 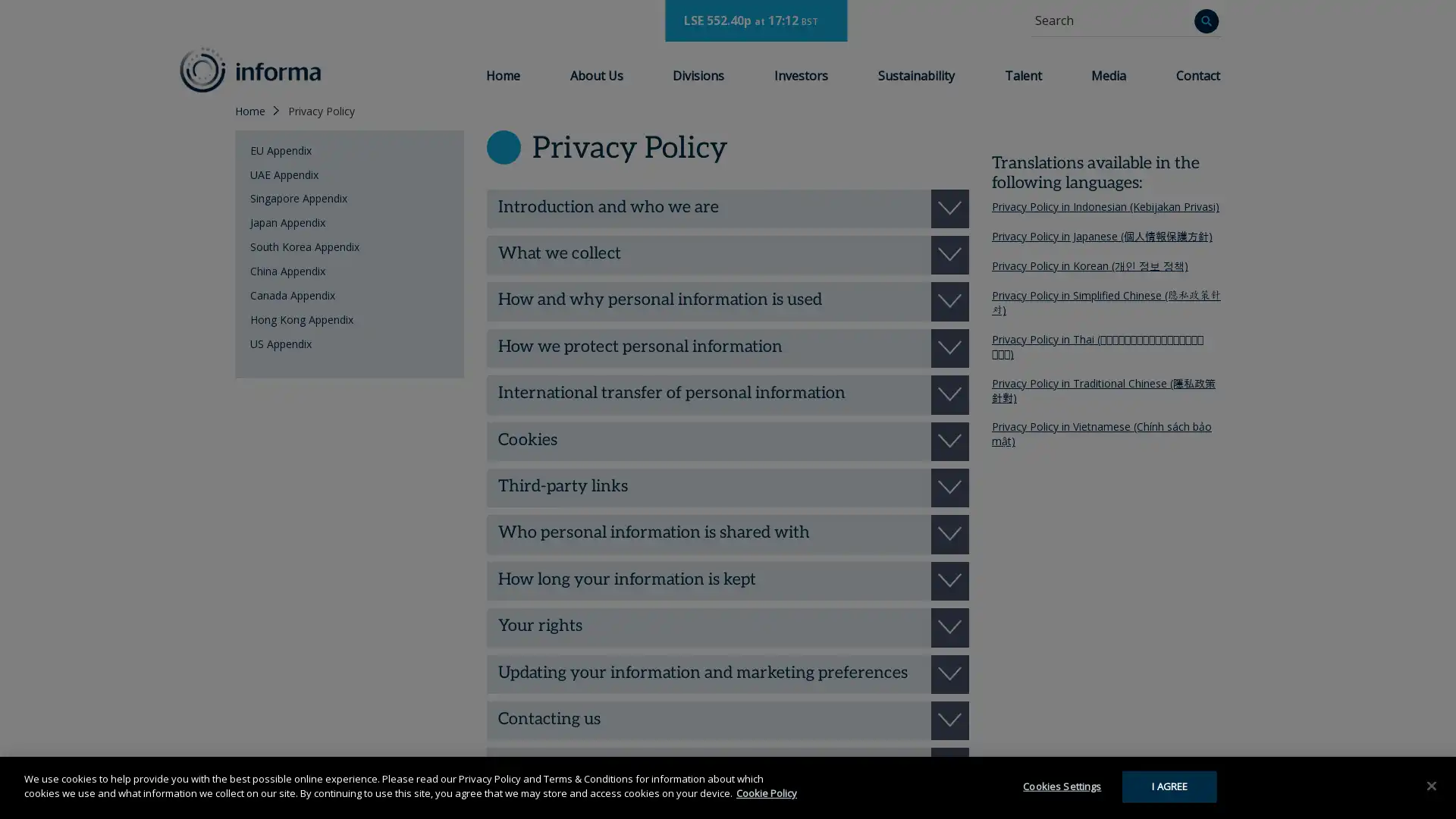 What do you see at coordinates (1061, 786) in the screenshot?
I see `Cookies Settings` at bounding box center [1061, 786].